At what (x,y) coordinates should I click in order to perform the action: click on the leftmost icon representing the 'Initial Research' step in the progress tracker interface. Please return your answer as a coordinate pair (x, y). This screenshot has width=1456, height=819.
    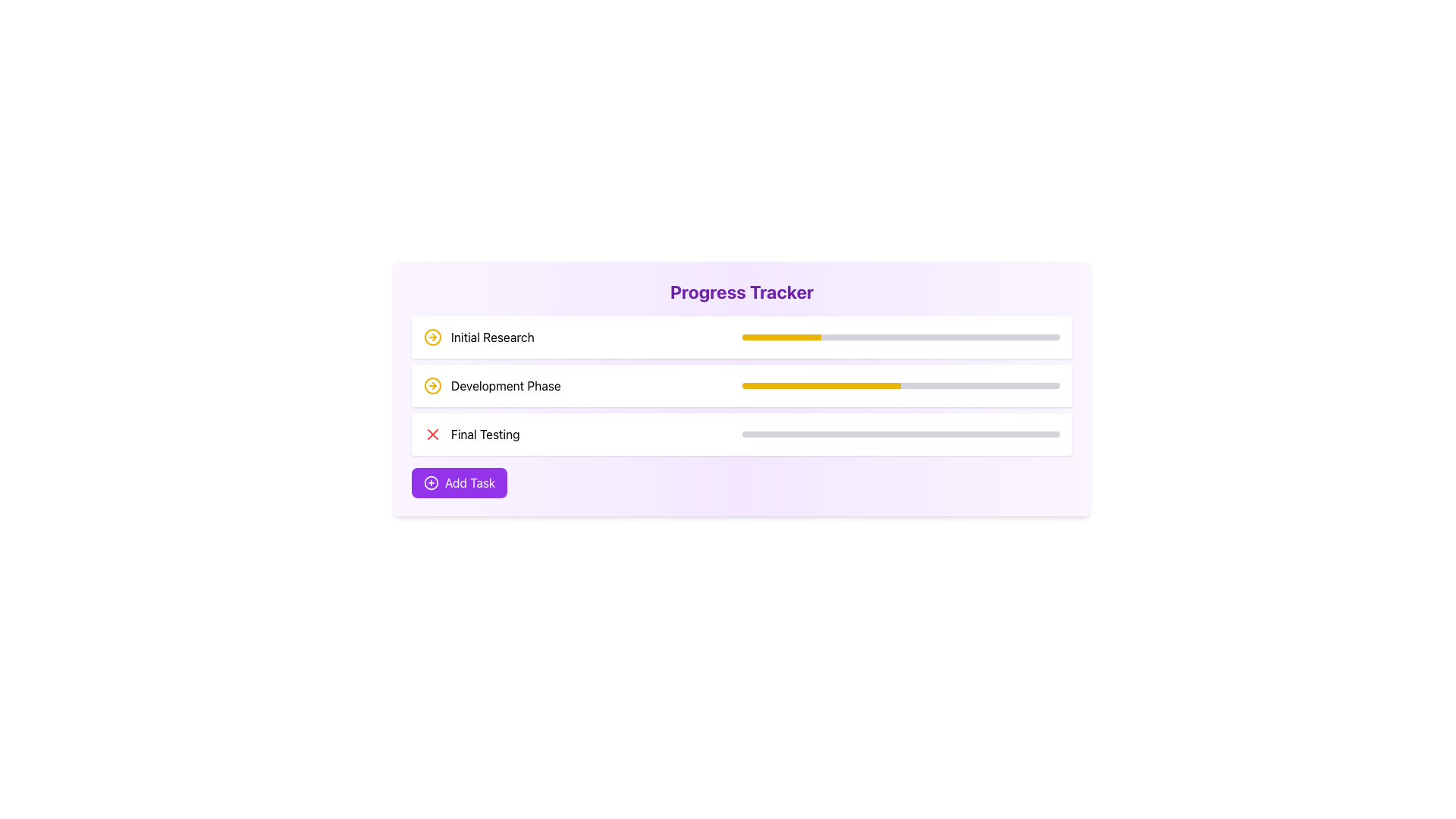
    Looking at the image, I should click on (432, 336).